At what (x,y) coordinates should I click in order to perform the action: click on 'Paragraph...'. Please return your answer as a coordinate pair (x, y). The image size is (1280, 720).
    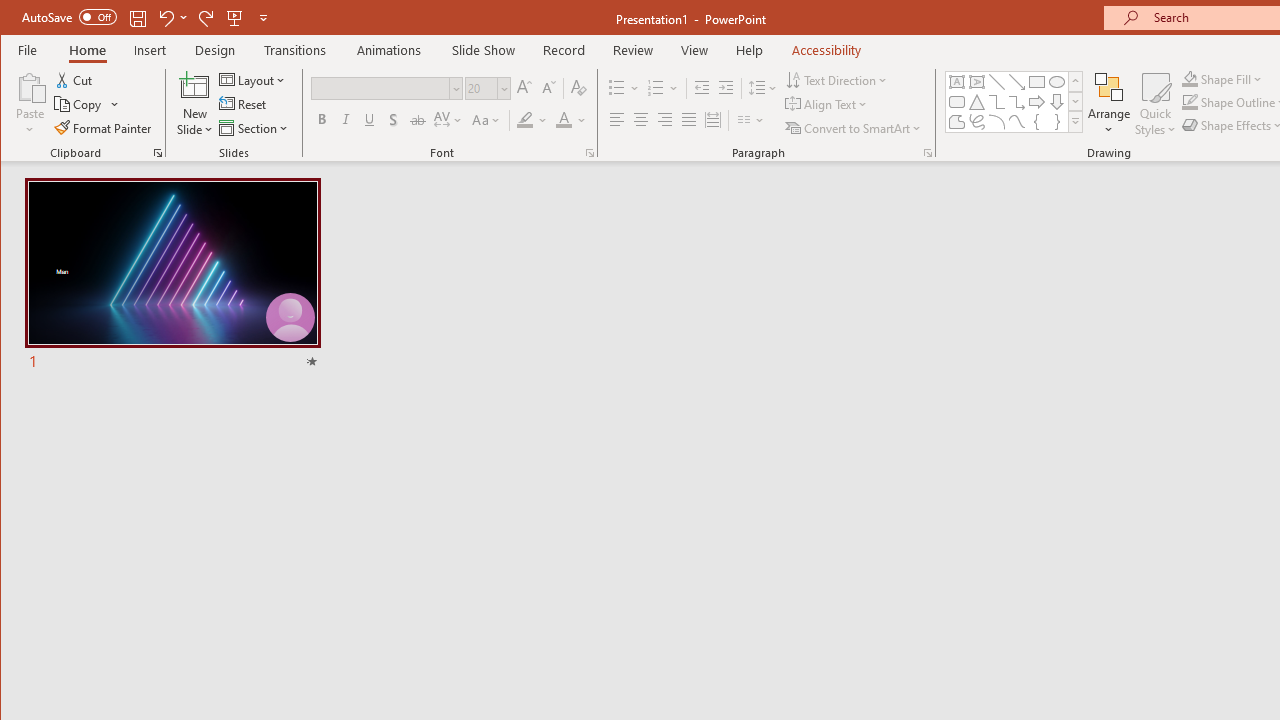
    Looking at the image, I should click on (927, 152).